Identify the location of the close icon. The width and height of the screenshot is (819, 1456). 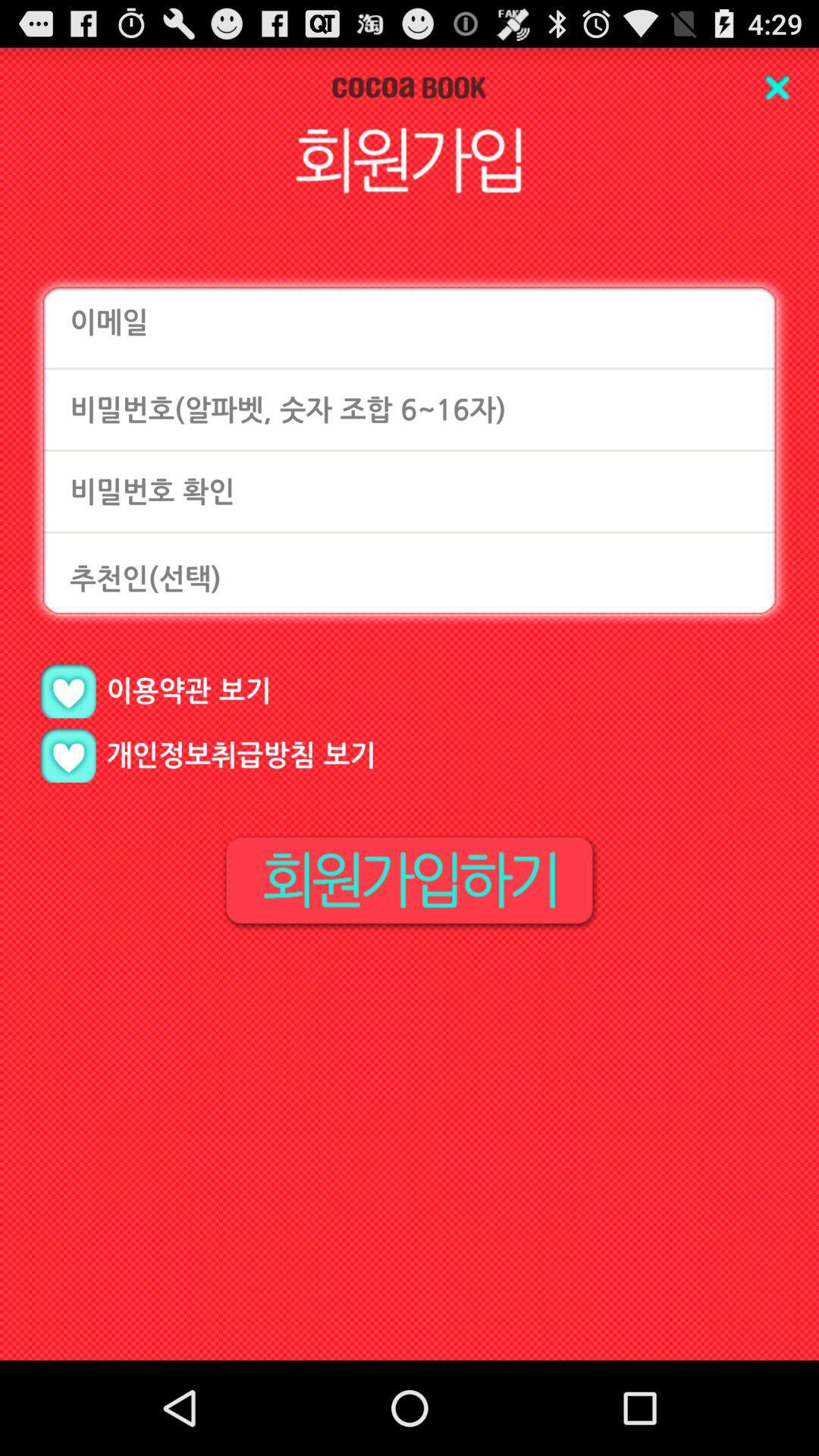
(777, 93).